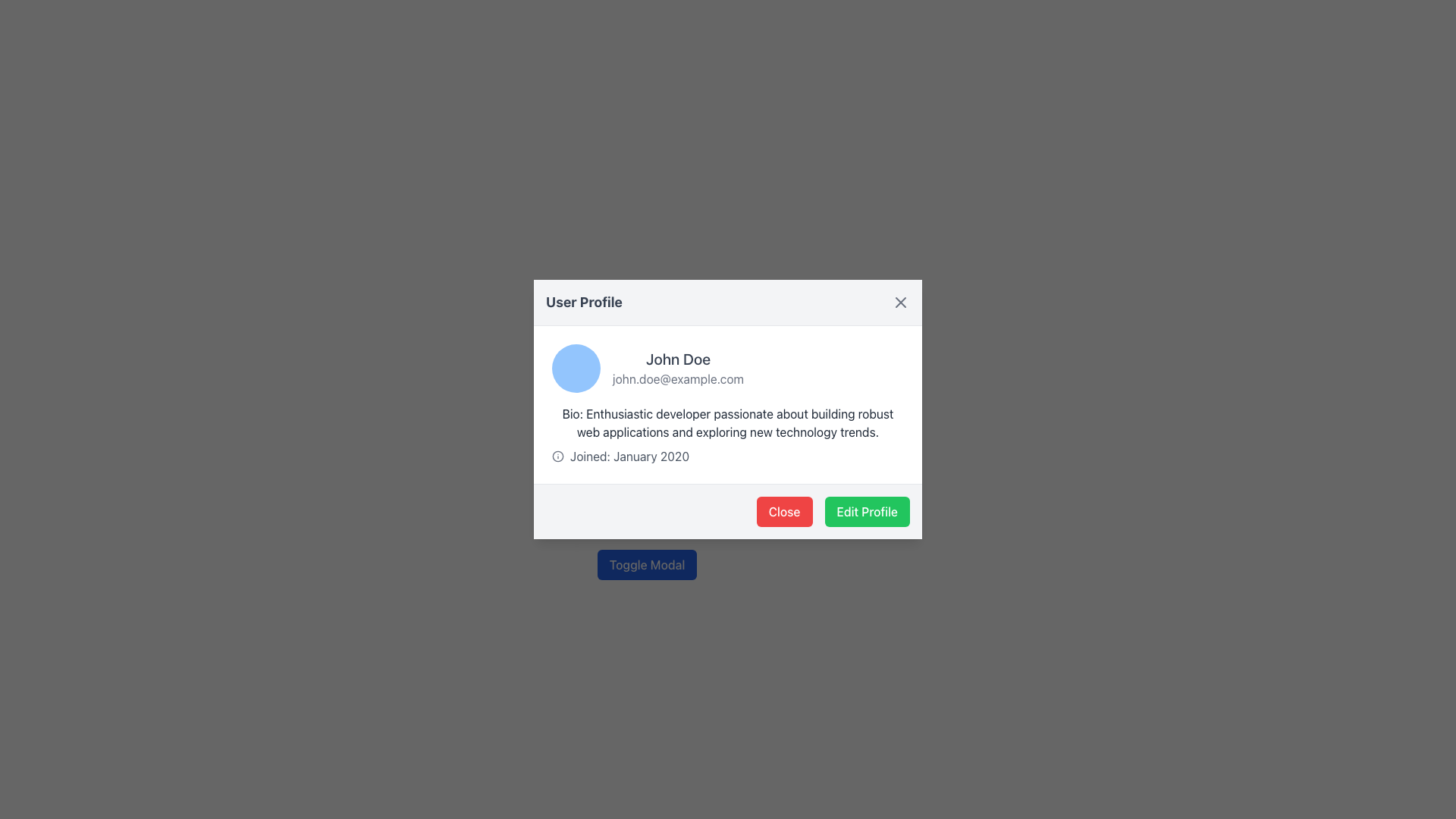  What do you see at coordinates (901, 302) in the screenshot?
I see `the dark diagonal line forming an 'X' shape in the top-right corner of the user profile dialog box` at bounding box center [901, 302].